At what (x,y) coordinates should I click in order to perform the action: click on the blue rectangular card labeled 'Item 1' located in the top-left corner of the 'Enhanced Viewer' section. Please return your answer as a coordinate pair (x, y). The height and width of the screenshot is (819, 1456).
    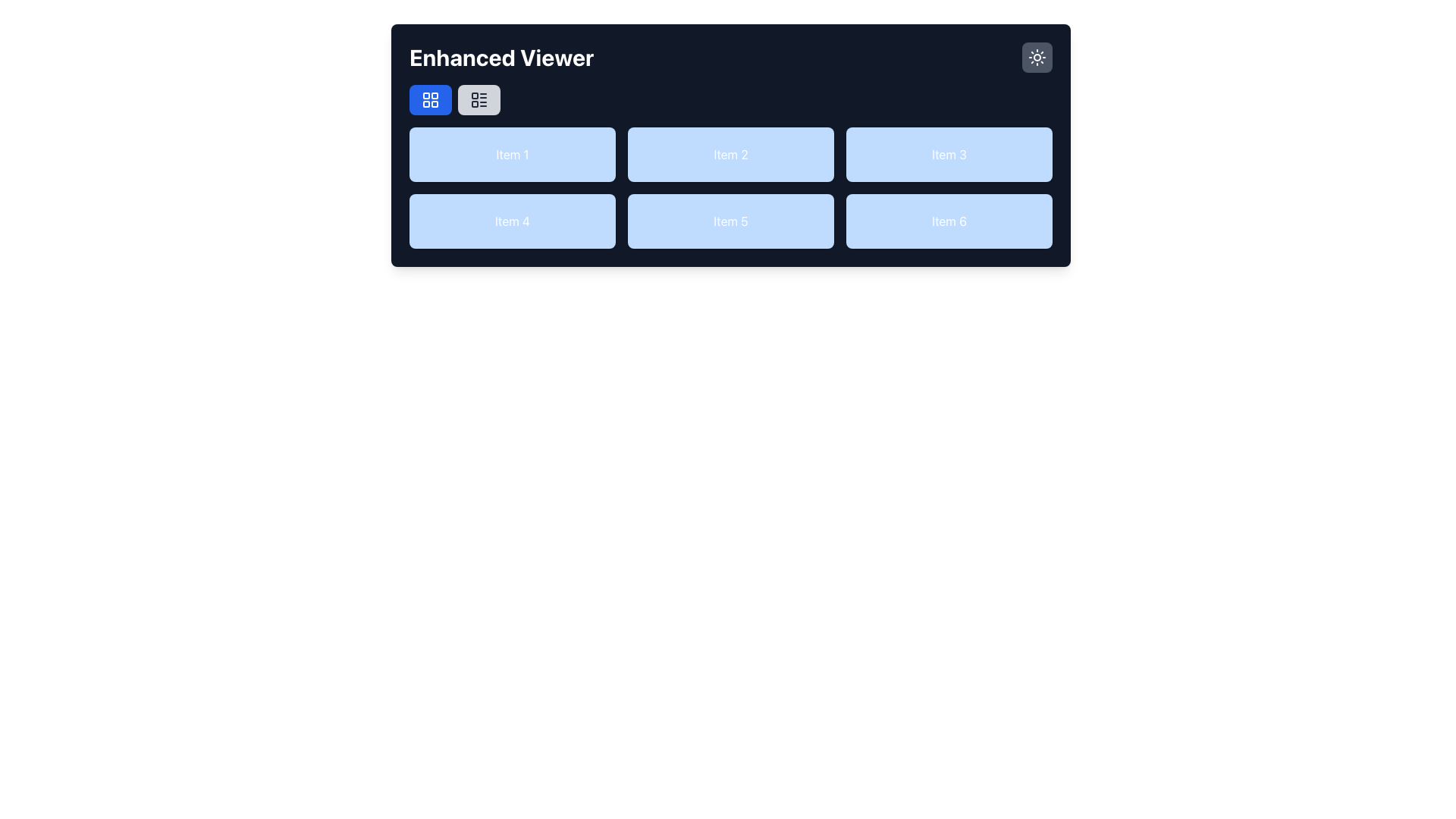
    Looking at the image, I should click on (513, 155).